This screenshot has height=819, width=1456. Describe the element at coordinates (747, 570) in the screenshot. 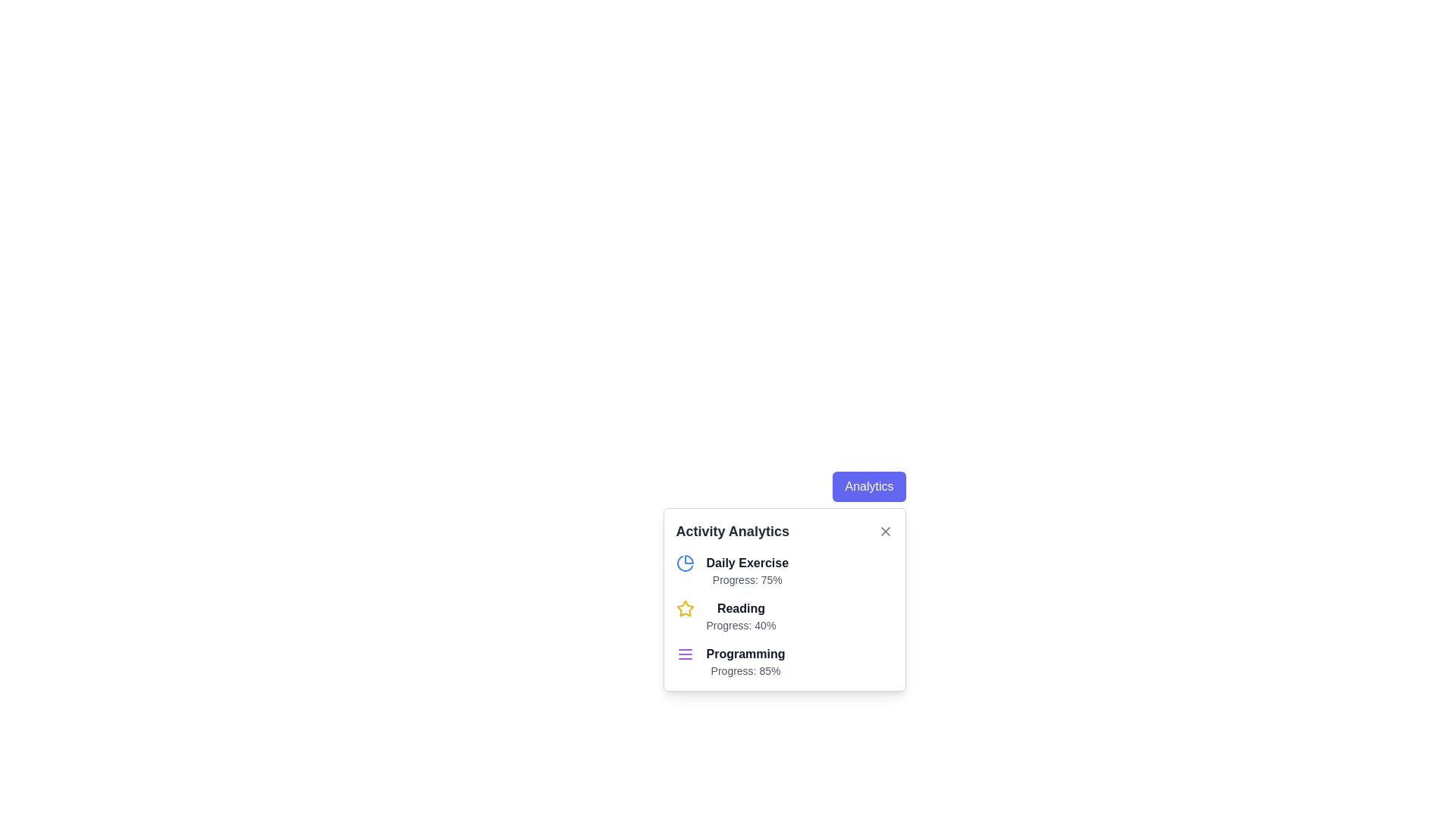

I see `'Daily Exercise' label with the statistic summary showing 'Progress: 75%' located in the analytics card interface, positioned near the bottom-right corner` at that location.